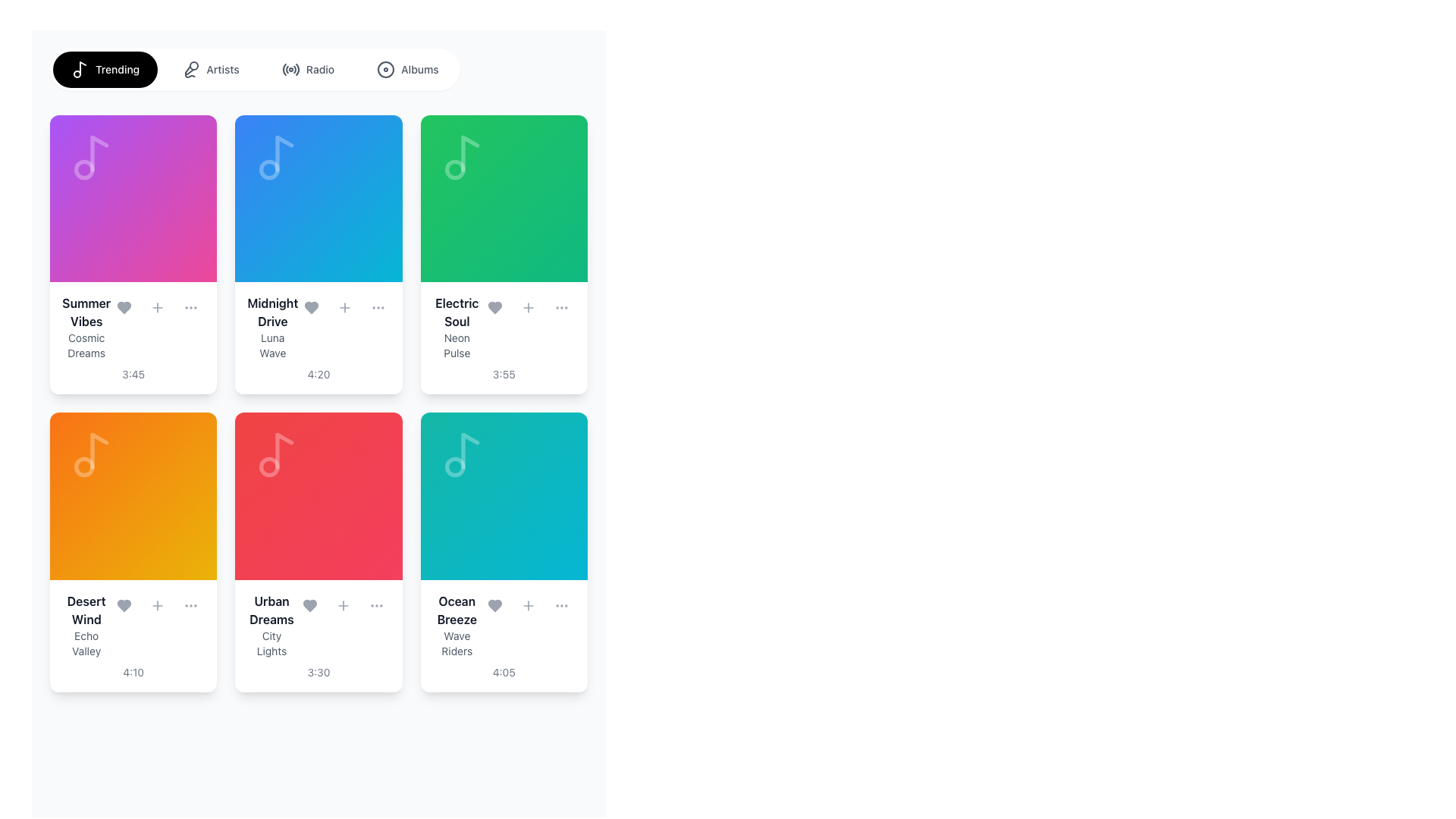  What do you see at coordinates (134, 496) in the screenshot?
I see `the interactive play button located in the circular button centered in the card labeled 'Desert Wind'` at bounding box center [134, 496].